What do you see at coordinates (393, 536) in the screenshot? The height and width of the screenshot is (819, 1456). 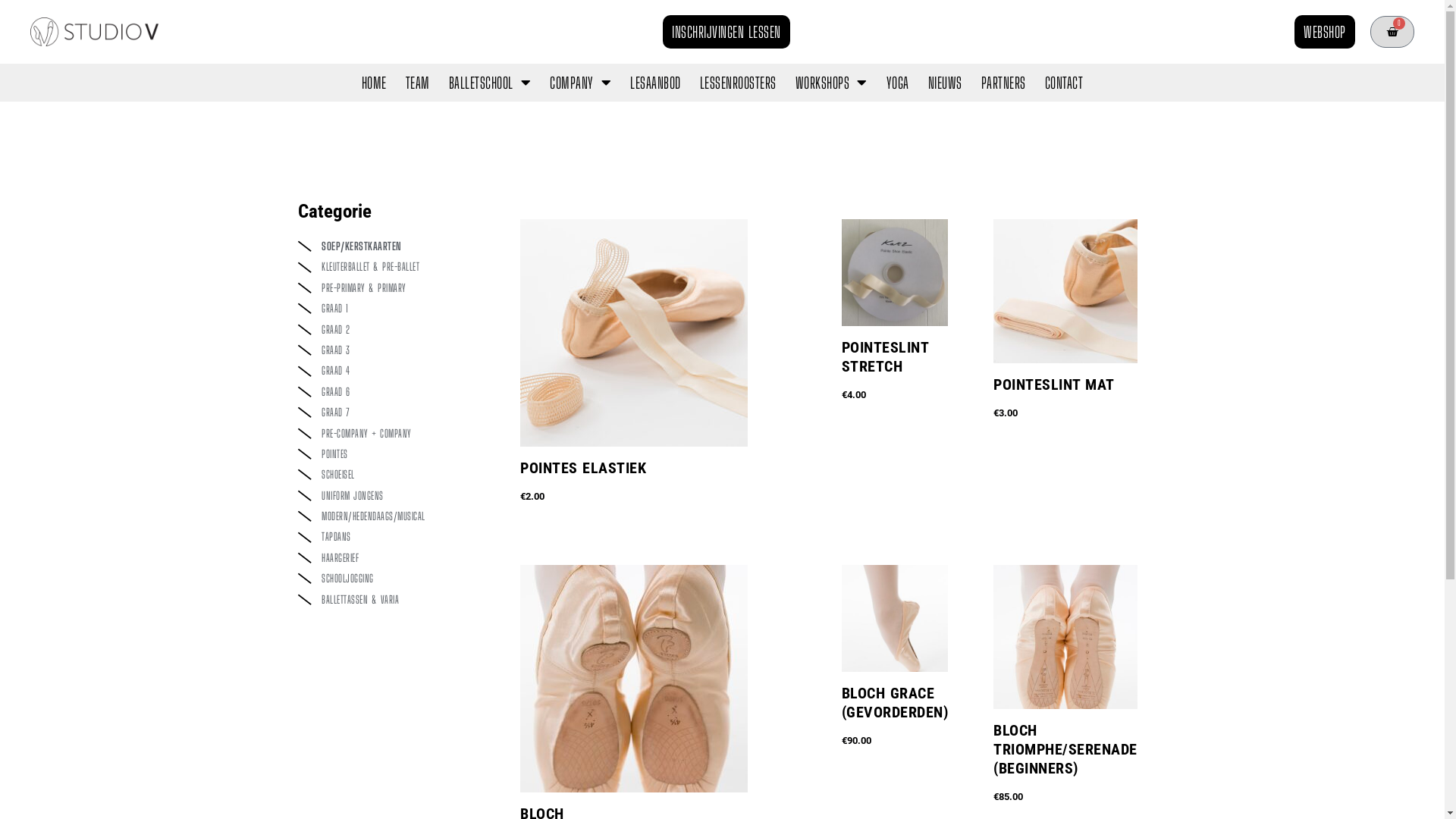 I see `'TAPDANS'` at bounding box center [393, 536].